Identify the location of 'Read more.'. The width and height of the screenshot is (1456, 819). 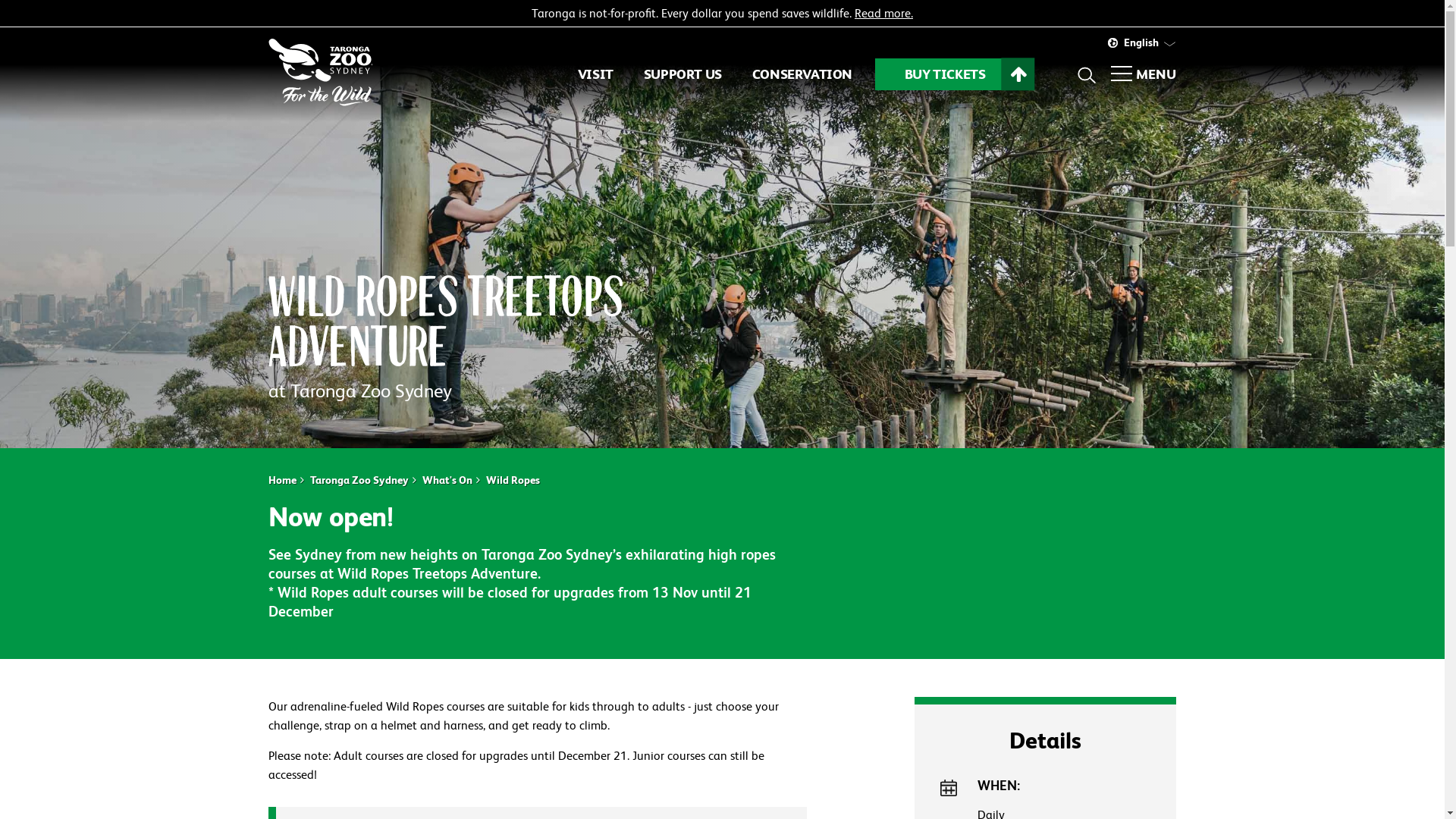
(883, 13).